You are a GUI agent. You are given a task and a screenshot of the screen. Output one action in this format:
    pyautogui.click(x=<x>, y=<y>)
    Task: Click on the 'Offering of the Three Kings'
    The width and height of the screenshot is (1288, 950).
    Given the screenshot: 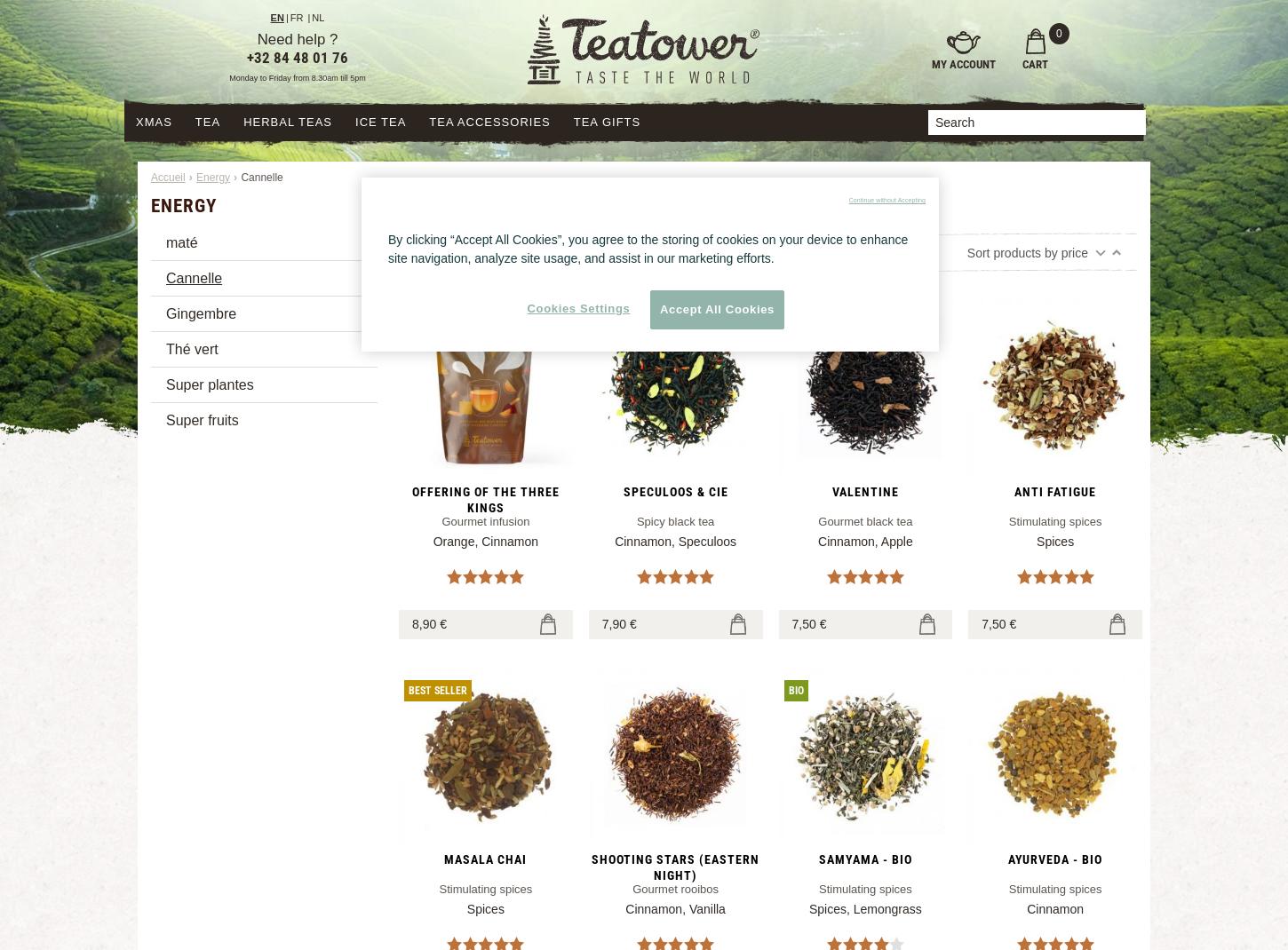 What is the action you would take?
    pyautogui.click(x=485, y=497)
    